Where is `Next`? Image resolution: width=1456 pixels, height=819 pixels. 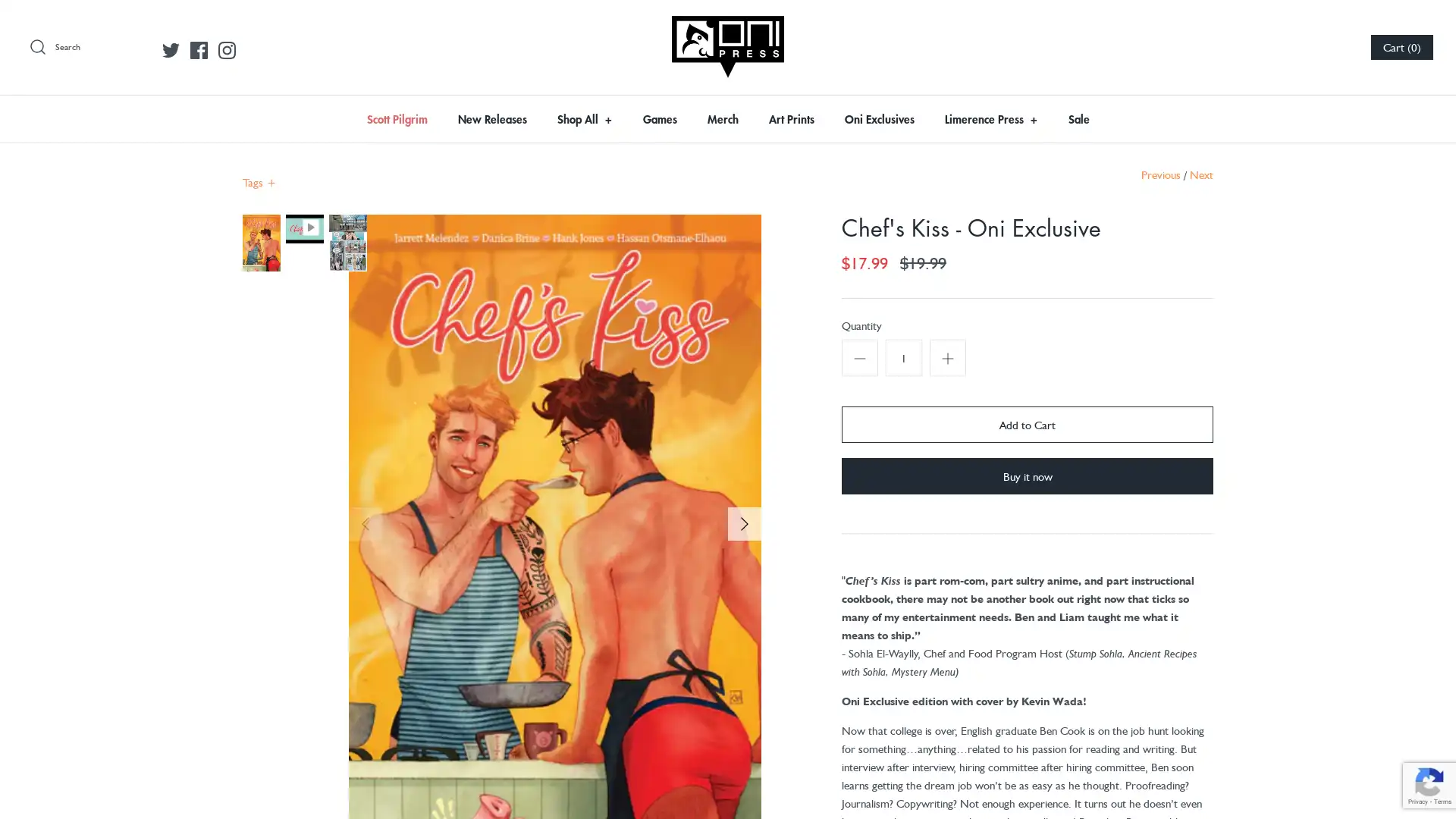
Next is located at coordinates (745, 522).